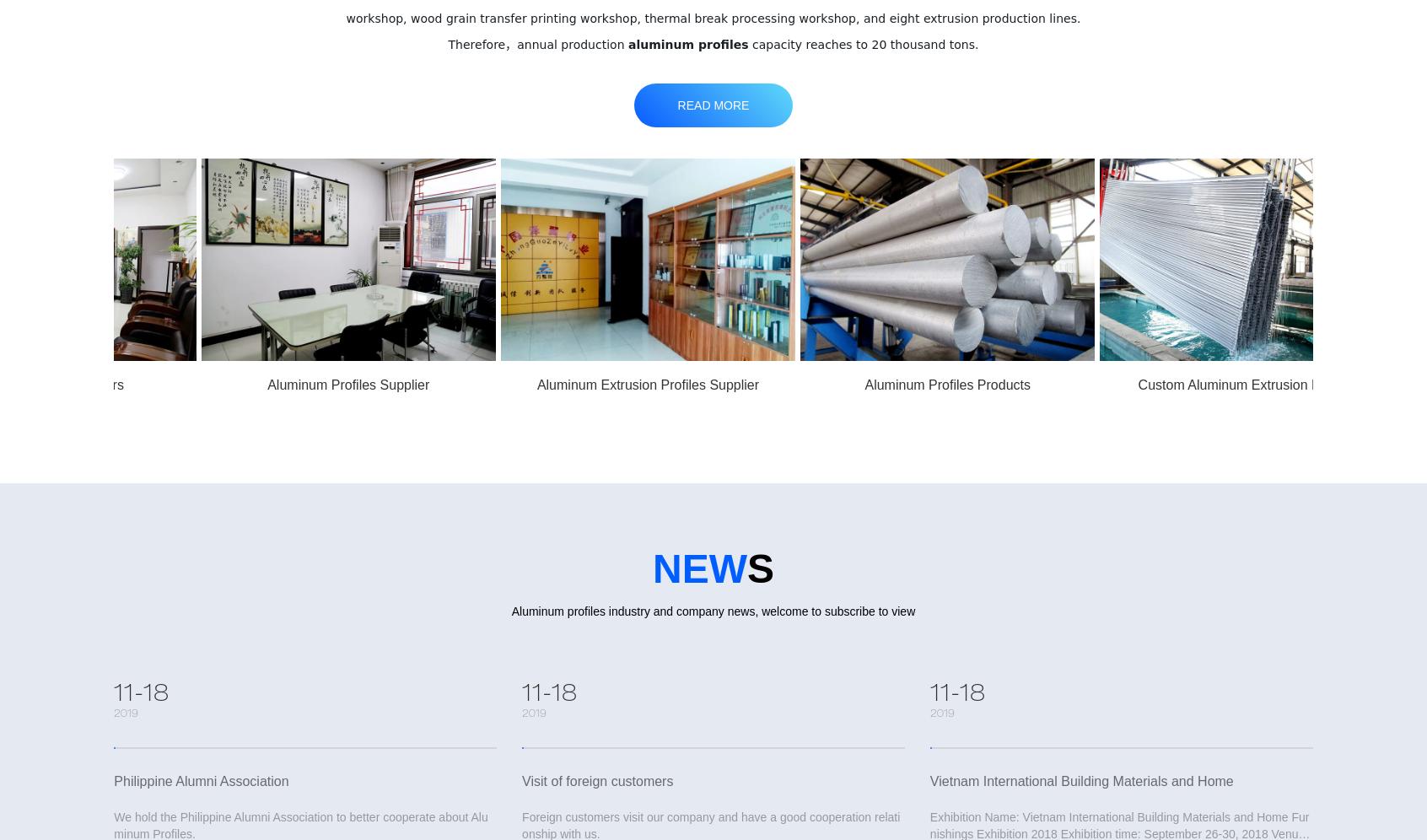 This screenshot has width=1427, height=840. What do you see at coordinates (759, 568) in the screenshot?
I see `'S'` at bounding box center [759, 568].